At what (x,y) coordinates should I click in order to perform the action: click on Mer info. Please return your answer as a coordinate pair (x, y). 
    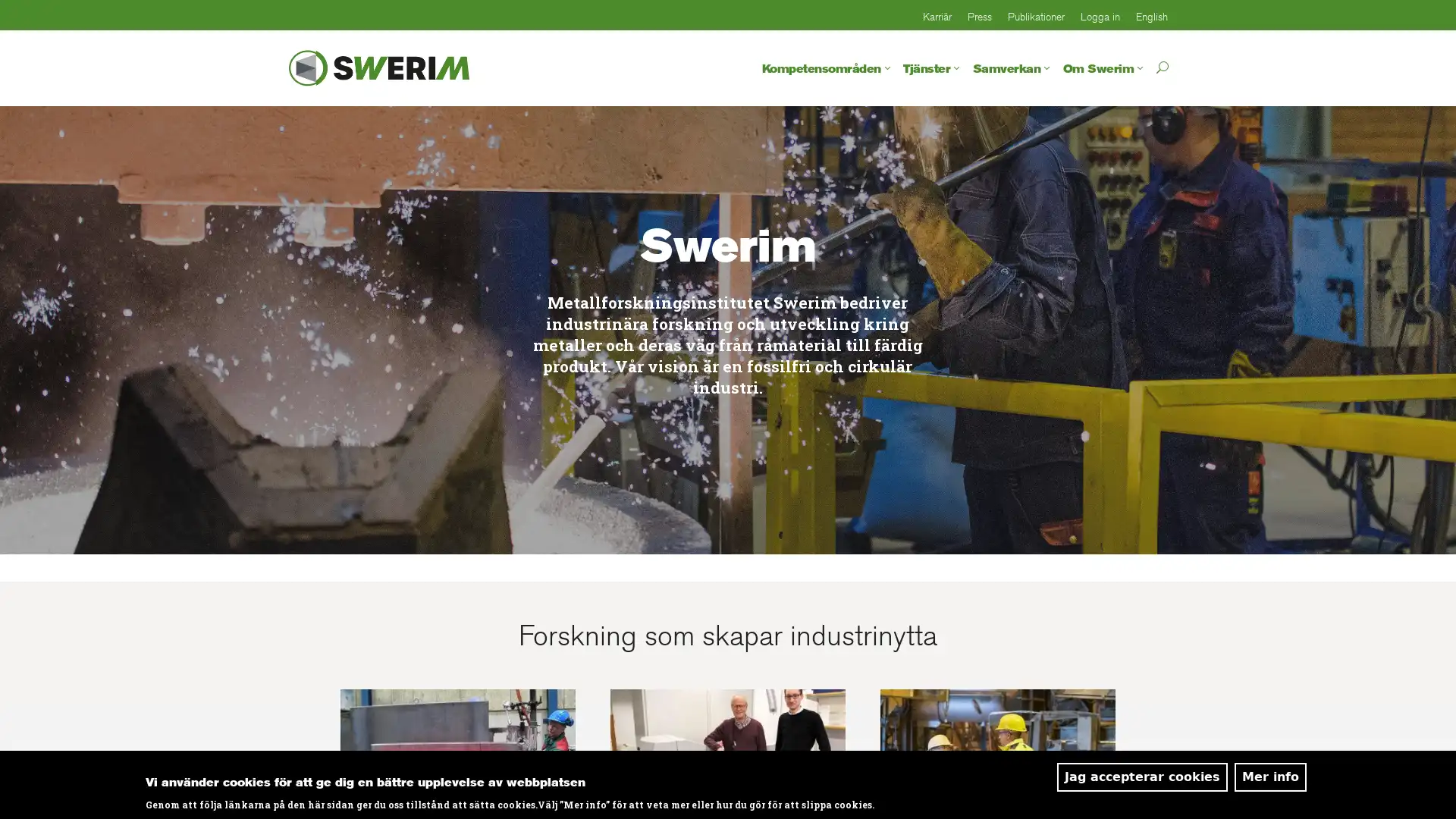
    Looking at the image, I should click on (1270, 776).